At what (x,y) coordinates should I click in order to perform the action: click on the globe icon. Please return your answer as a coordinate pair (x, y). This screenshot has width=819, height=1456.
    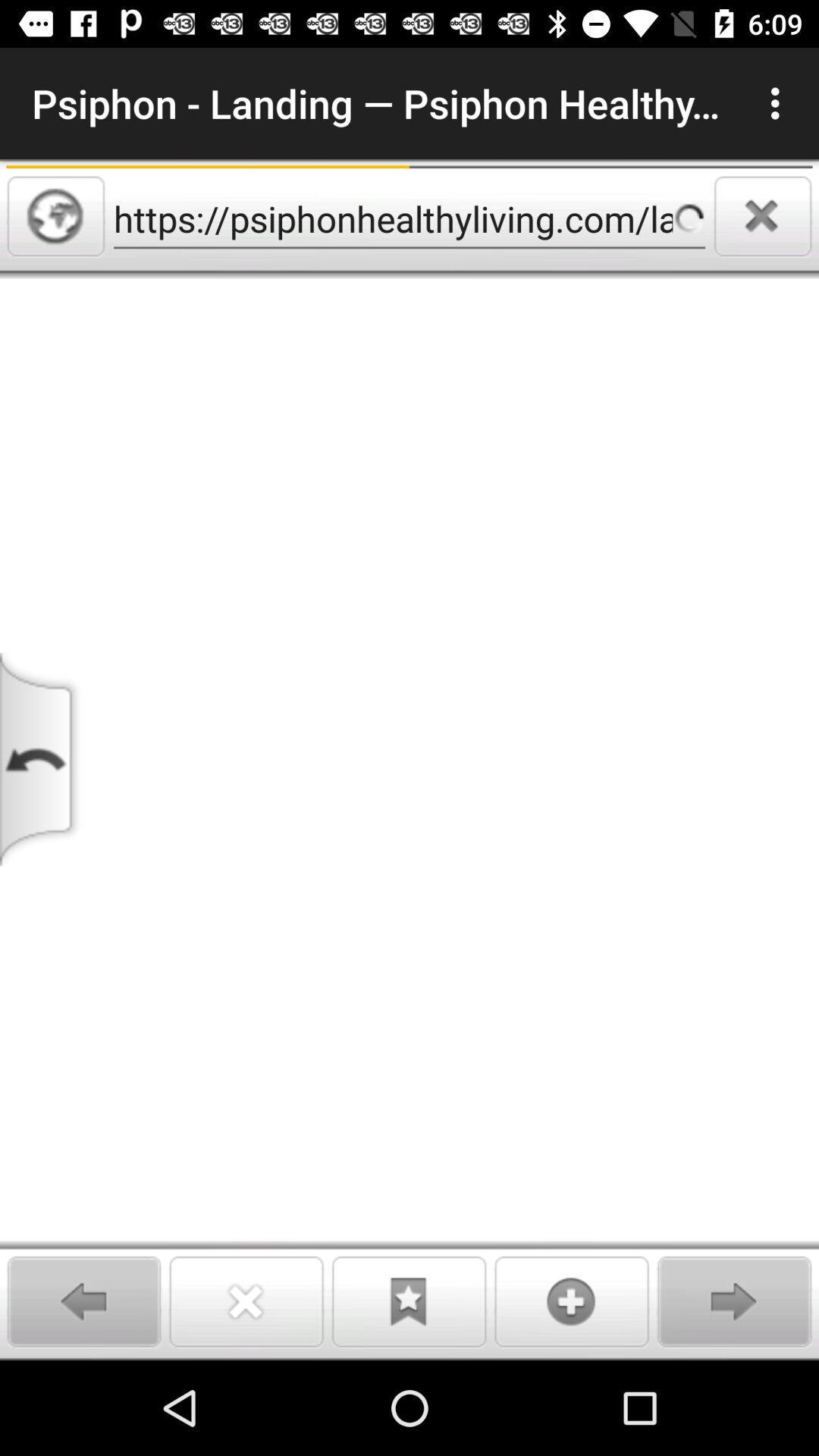
    Looking at the image, I should click on (55, 215).